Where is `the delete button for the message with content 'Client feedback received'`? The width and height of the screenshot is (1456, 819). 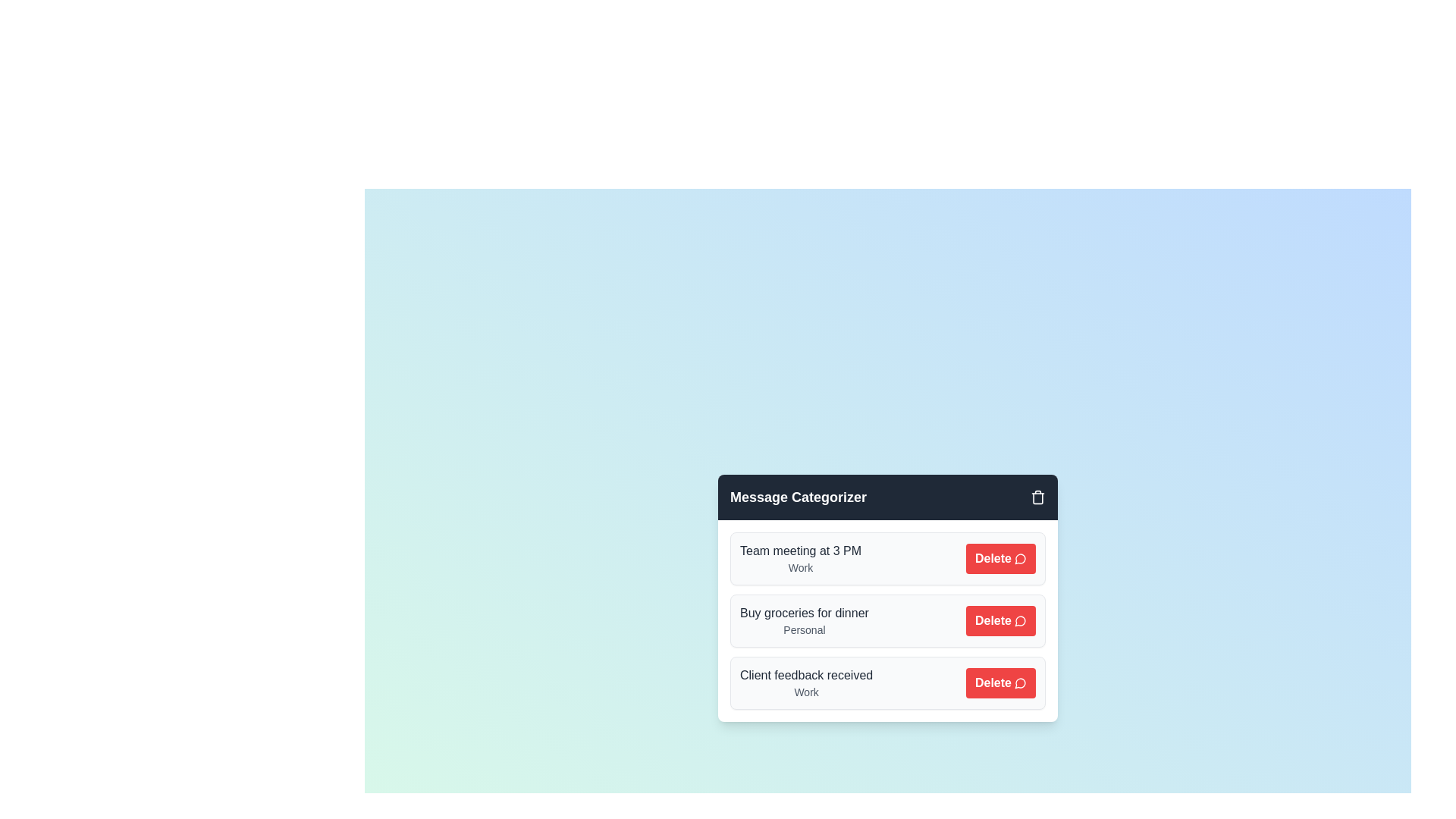 the delete button for the message with content 'Client feedback received' is located at coordinates (1001, 683).